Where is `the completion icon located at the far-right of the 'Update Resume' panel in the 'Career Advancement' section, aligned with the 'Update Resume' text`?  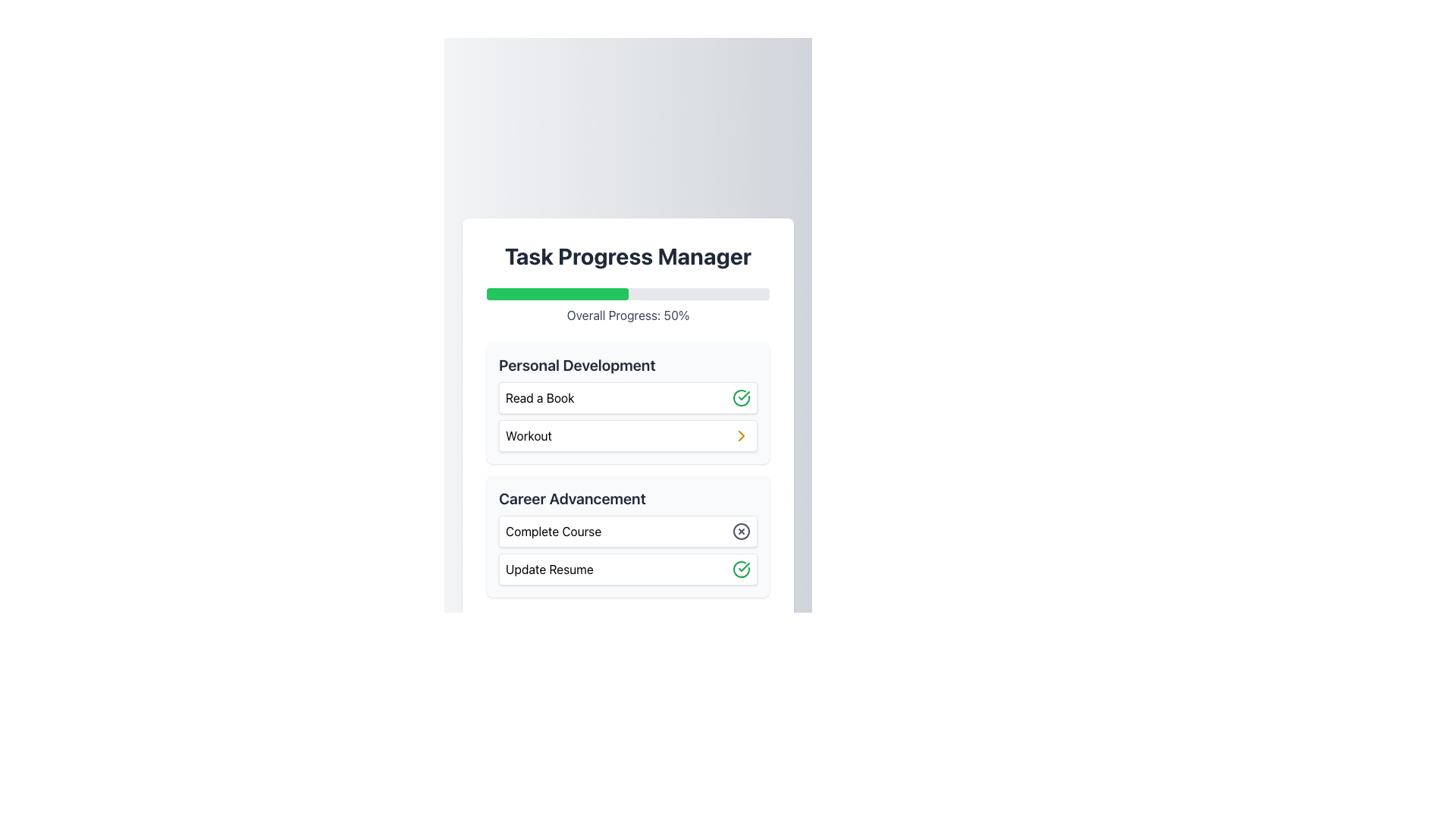
the completion icon located at the far-right of the 'Update Resume' panel in the 'Career Advancement' section, aligned with the 'Update Resume' text is located at coordinates (742, 570).